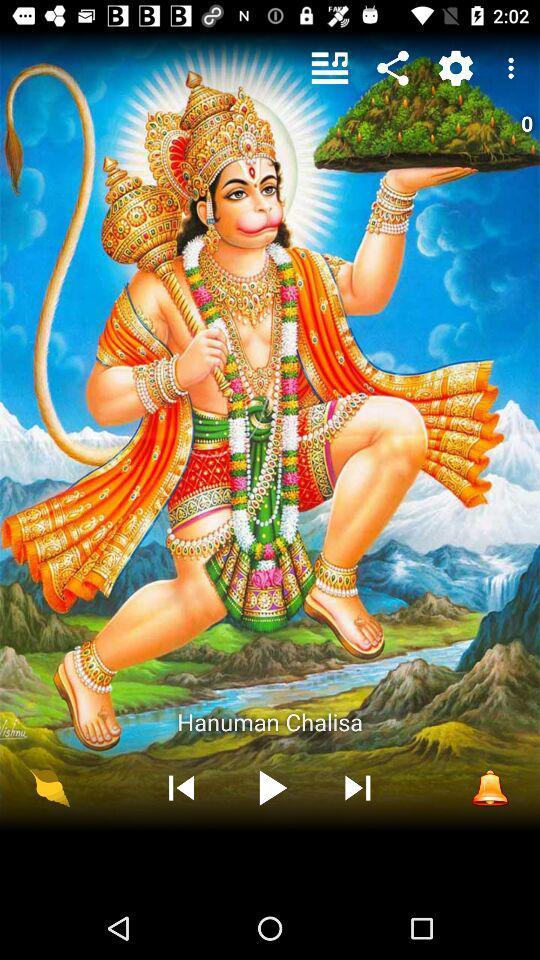 This screenshot has width=540, height=960. What do you see at coordinates (49, 787) in the screenshot?
I see `item below hanuman chalisa icon` at bounding box center [49, 787].